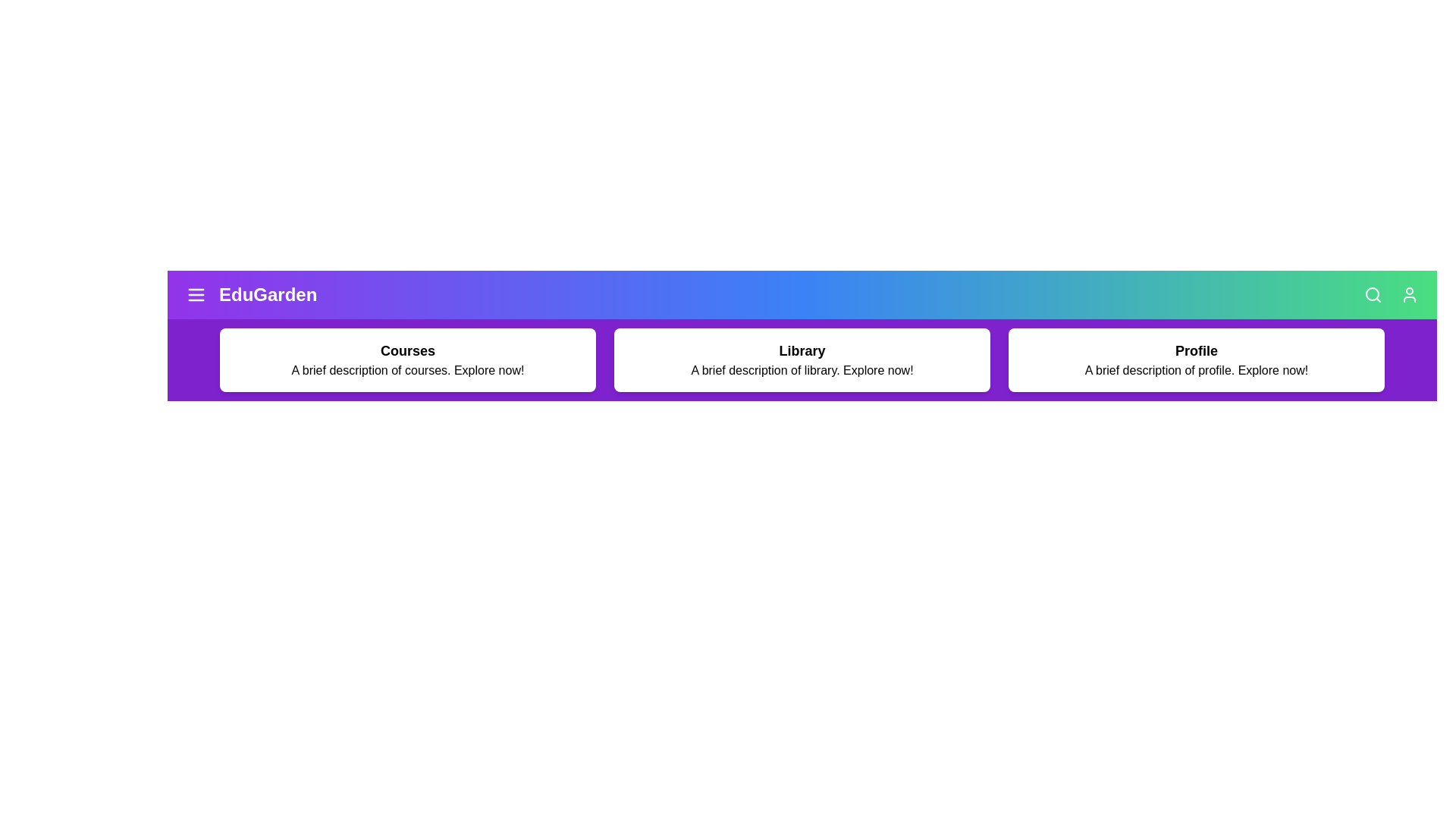 The width and height of the screenshot is (1456, 819). Describe the element at coordinates (1408, 295) in the screenshot. I see `the user icon to access user-specific options` at that location.